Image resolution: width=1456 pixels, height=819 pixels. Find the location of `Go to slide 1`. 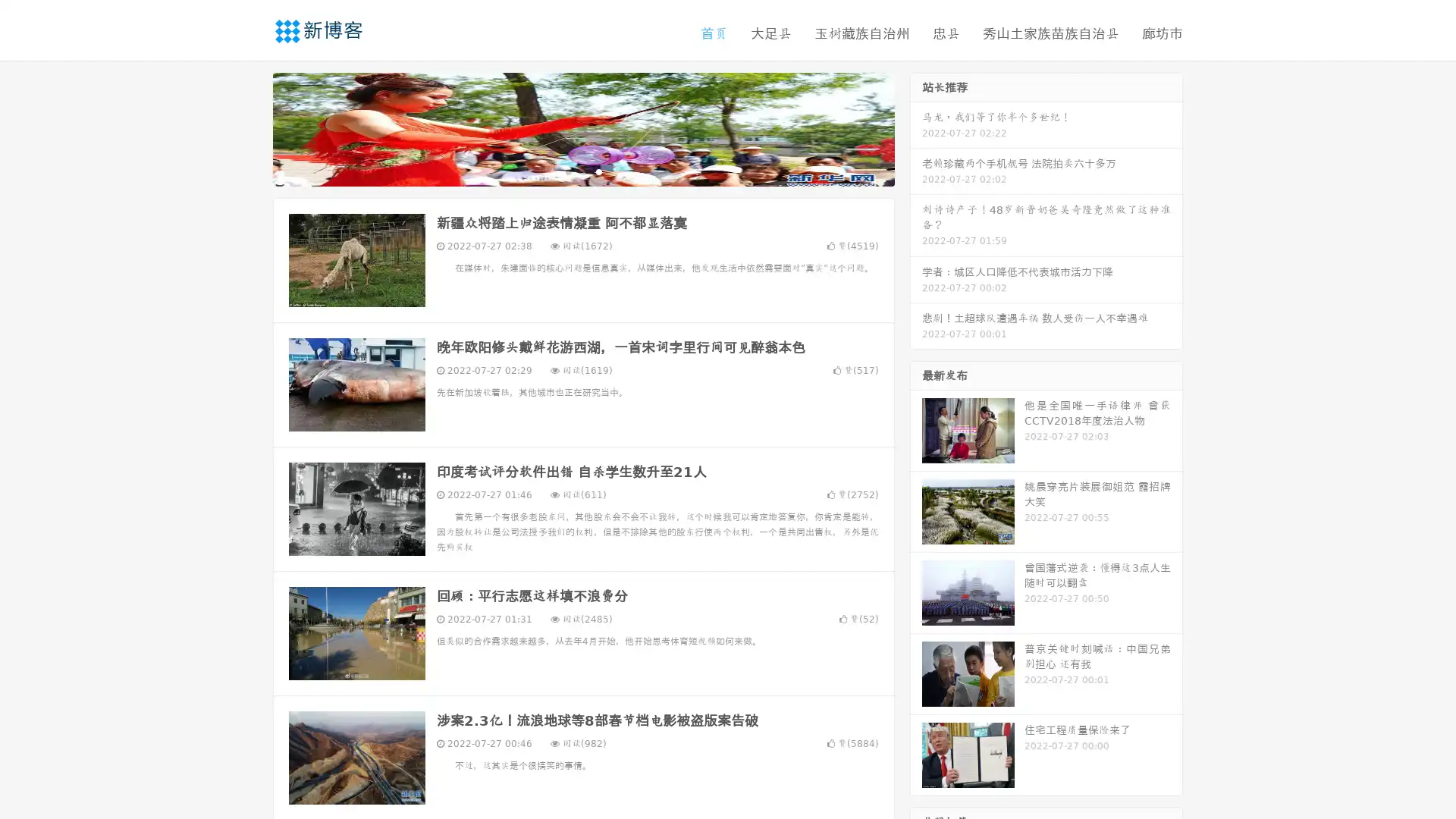

Go to slide 1 is located at coordinates (567, 171).